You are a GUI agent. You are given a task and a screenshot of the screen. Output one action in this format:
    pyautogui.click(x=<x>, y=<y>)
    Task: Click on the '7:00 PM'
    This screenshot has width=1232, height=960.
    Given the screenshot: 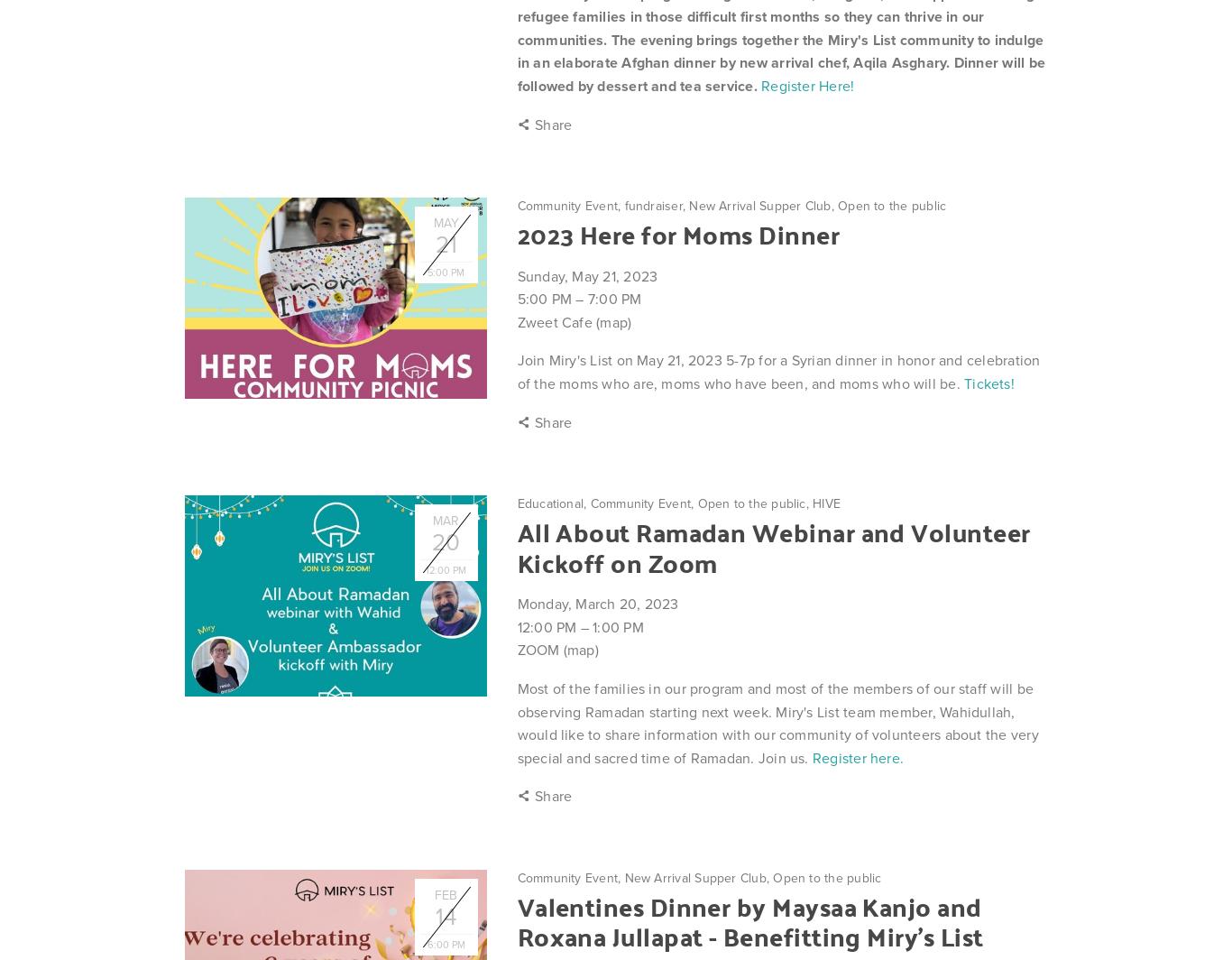 What is the action you would take?
    pyautogui.click(x=586, y=299)
    